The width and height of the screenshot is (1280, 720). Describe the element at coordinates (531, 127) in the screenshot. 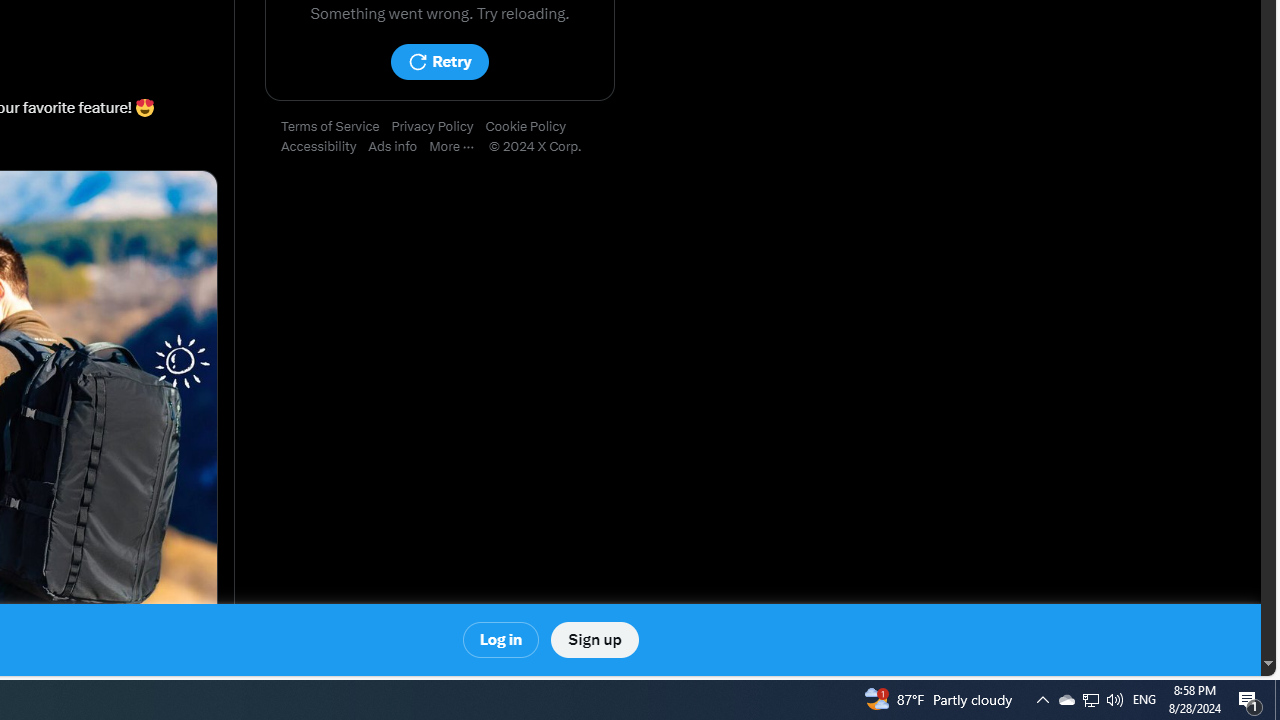

I see `'Cookie Policy'` at that location.